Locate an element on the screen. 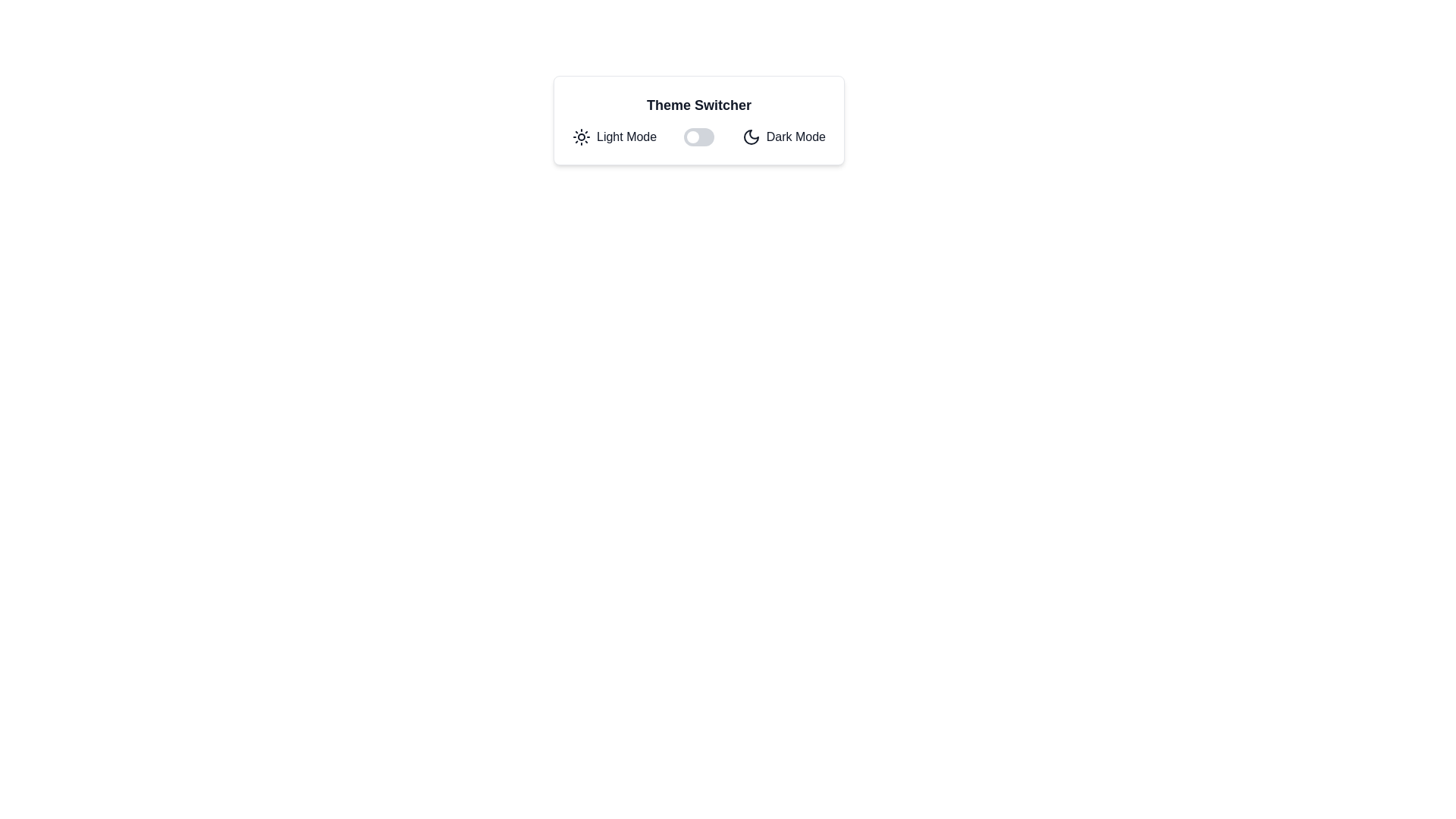 The height and width of the screenshot is (819, 1456). the toggle switch in the 'Theme Switcher' UI component is located at coordinates (698, 137).